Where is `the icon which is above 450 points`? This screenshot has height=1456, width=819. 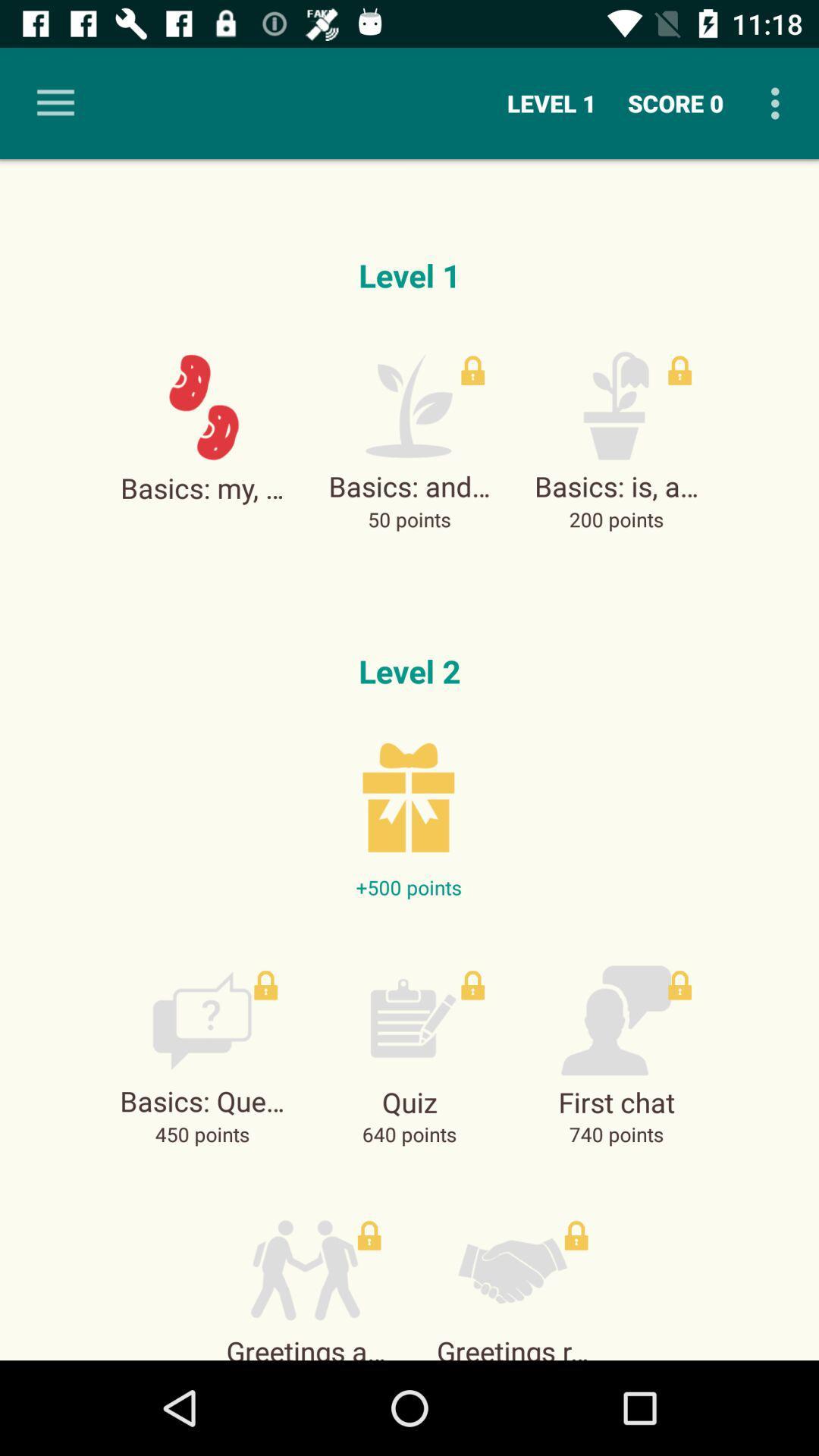 the icon which is above 450 points is located at coordinates (201, 1020).